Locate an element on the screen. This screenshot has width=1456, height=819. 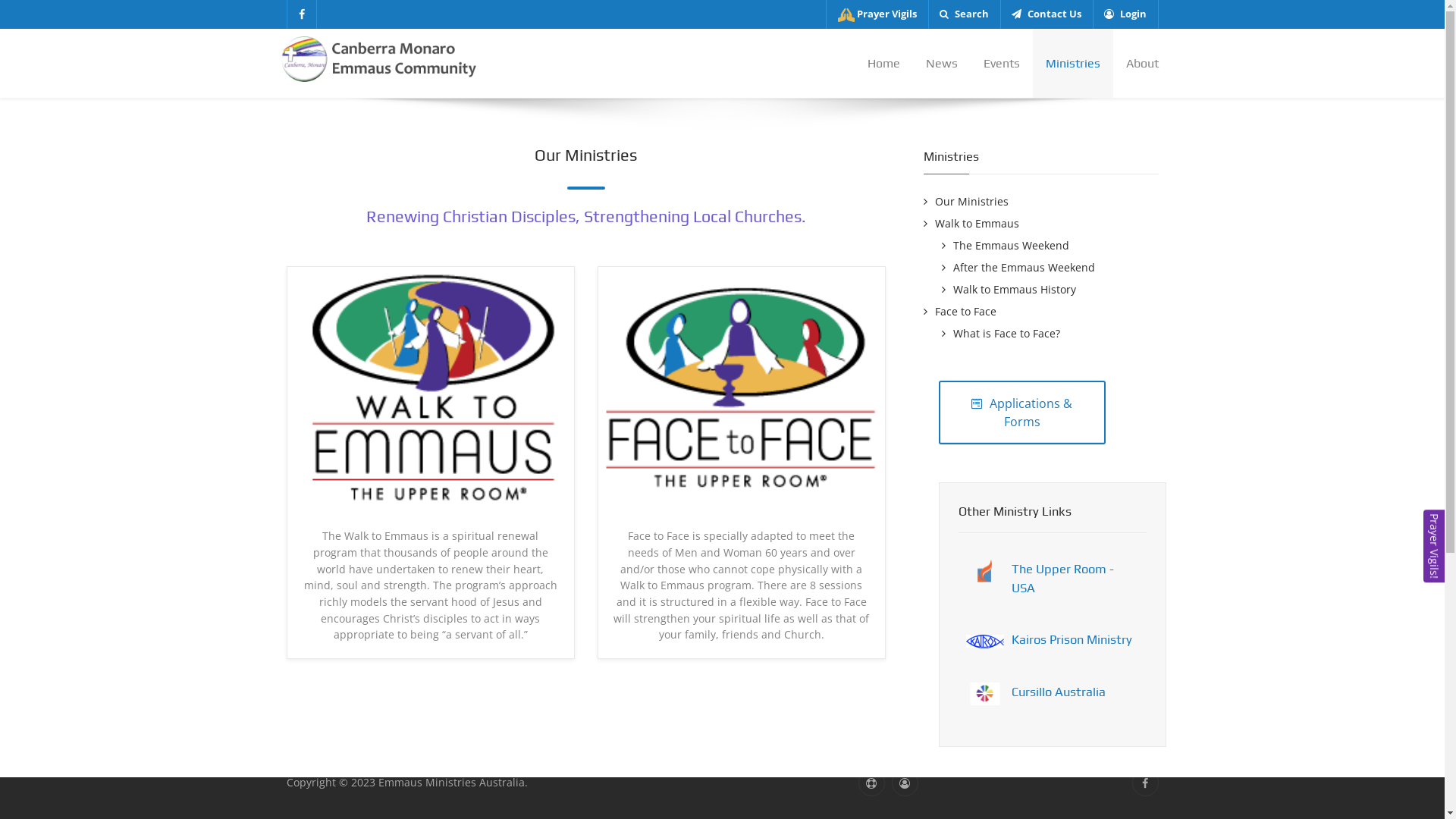
'What is Face to Face?' is located at coordinates (1001, 332).